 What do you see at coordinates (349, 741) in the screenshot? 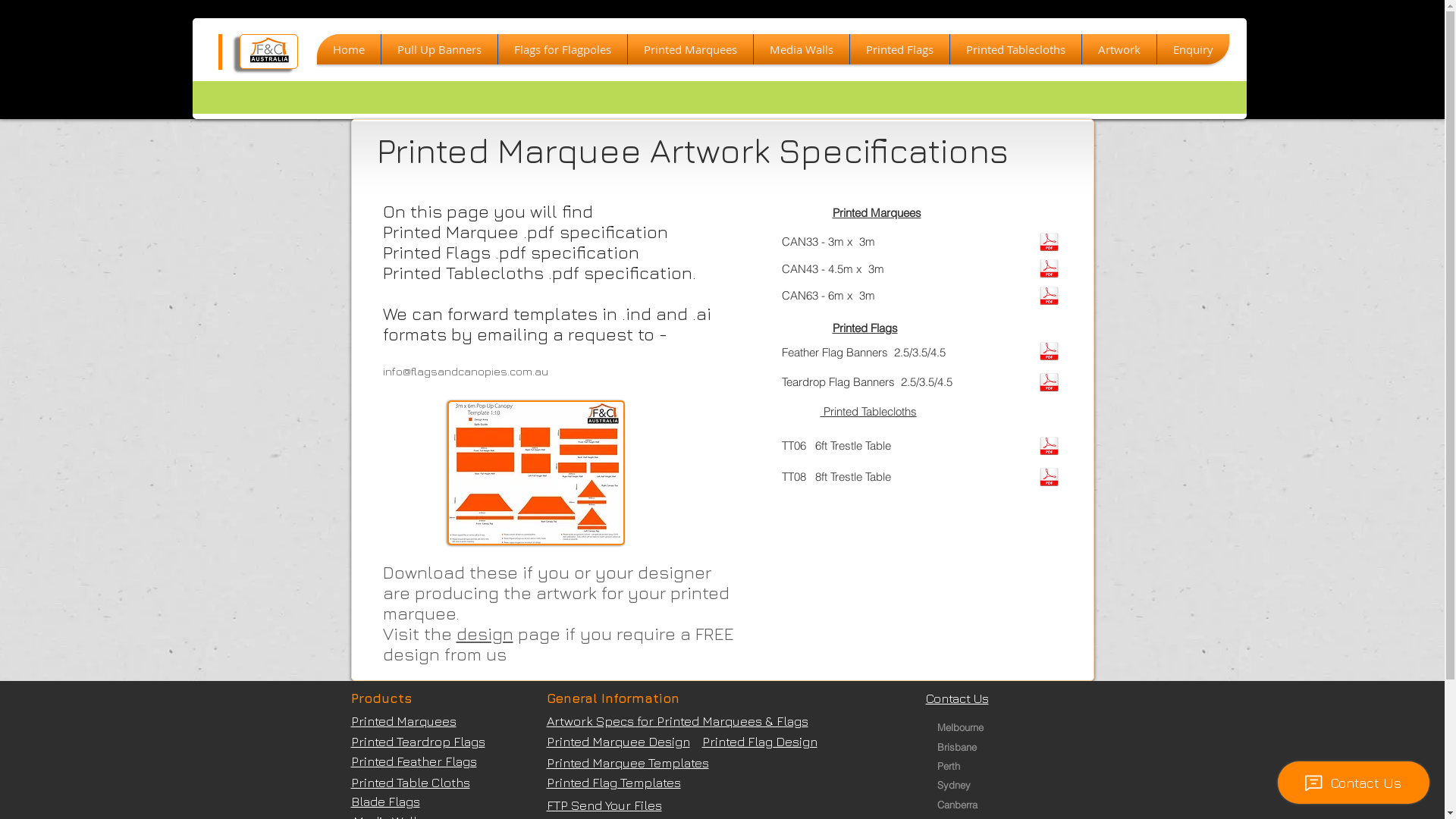
I see `'Printed Teardrop Flags'` at bounding box center [349, 741].